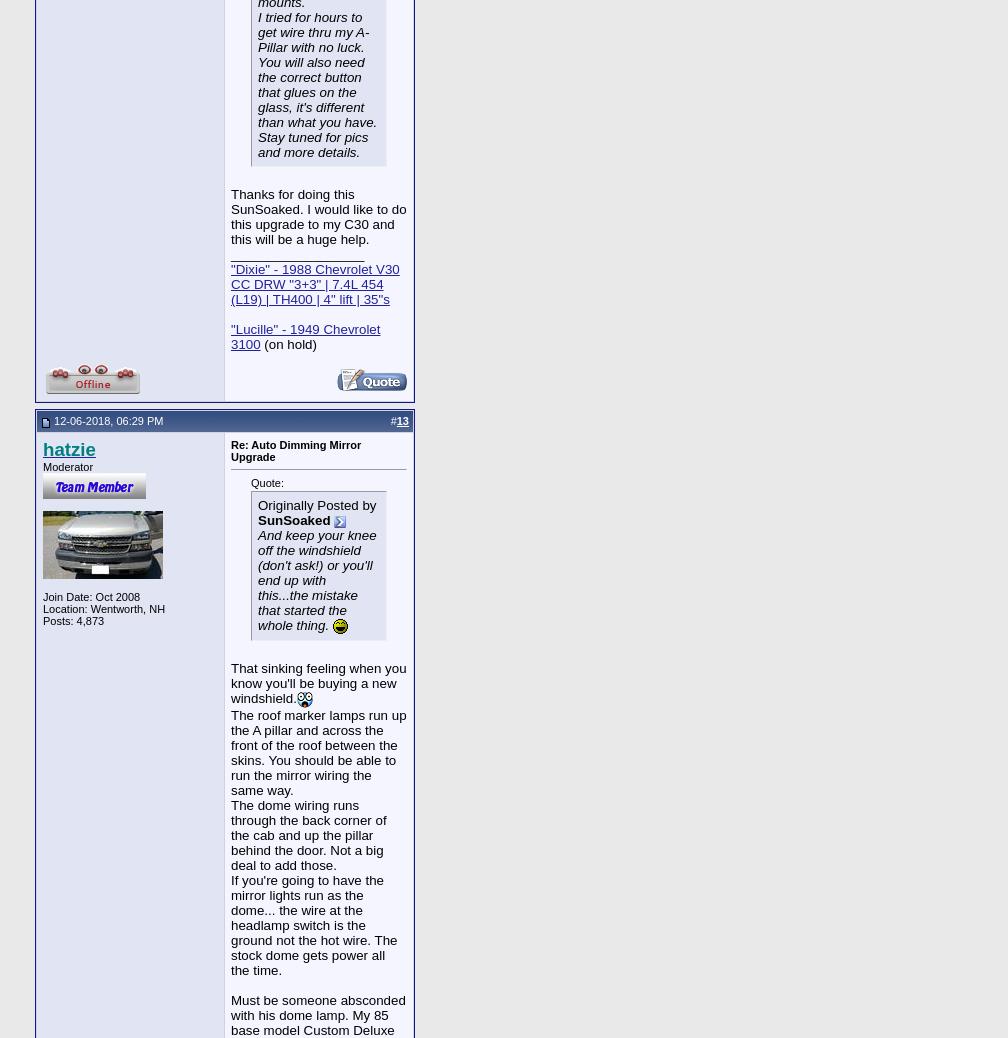 The height and width of the screenshot is (1038, 1008). Describe the element at coordinates (317, 579) in the screenshot. I see `'And keep your knee off  the windshield (don't ask!) or you'll end up with this...the mistake that started the whole thing.'` at that location.